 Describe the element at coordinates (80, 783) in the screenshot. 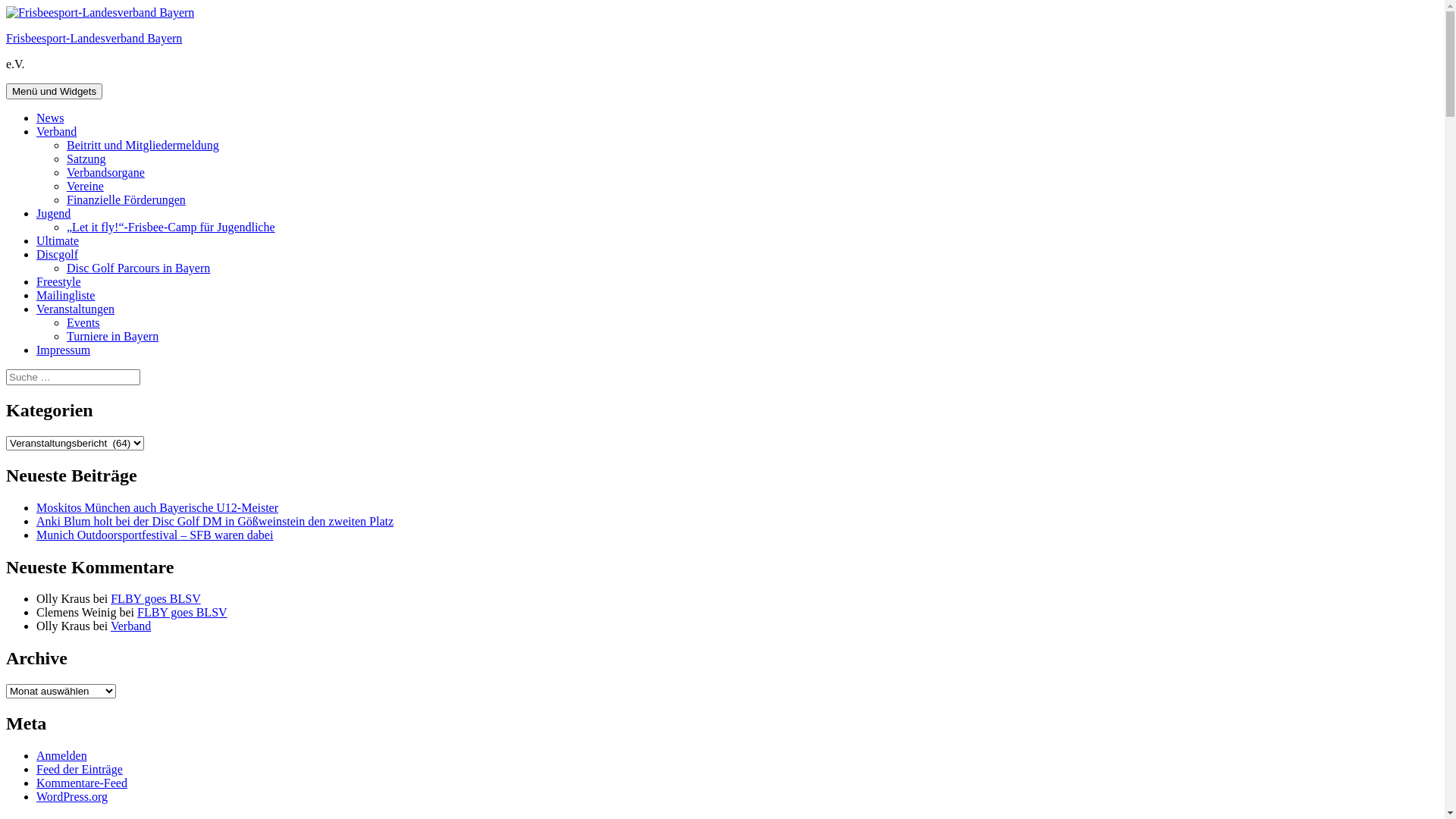

I see `'Kommentare-Feed'` at that location.